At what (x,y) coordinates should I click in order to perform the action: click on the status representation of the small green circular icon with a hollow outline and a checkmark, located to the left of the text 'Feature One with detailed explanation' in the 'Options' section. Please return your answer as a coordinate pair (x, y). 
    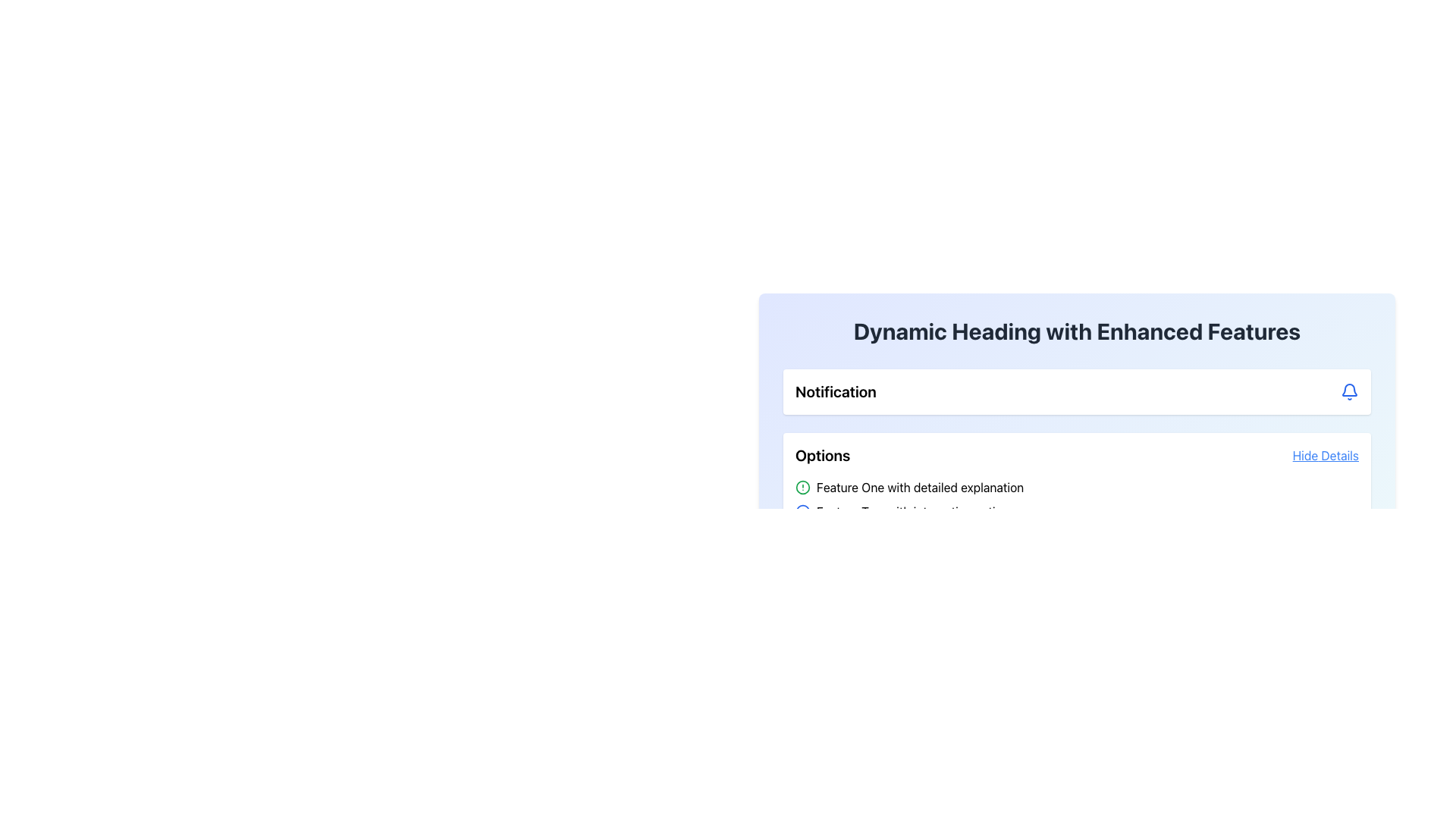
    Looking at the image, I should click on (802, 488).